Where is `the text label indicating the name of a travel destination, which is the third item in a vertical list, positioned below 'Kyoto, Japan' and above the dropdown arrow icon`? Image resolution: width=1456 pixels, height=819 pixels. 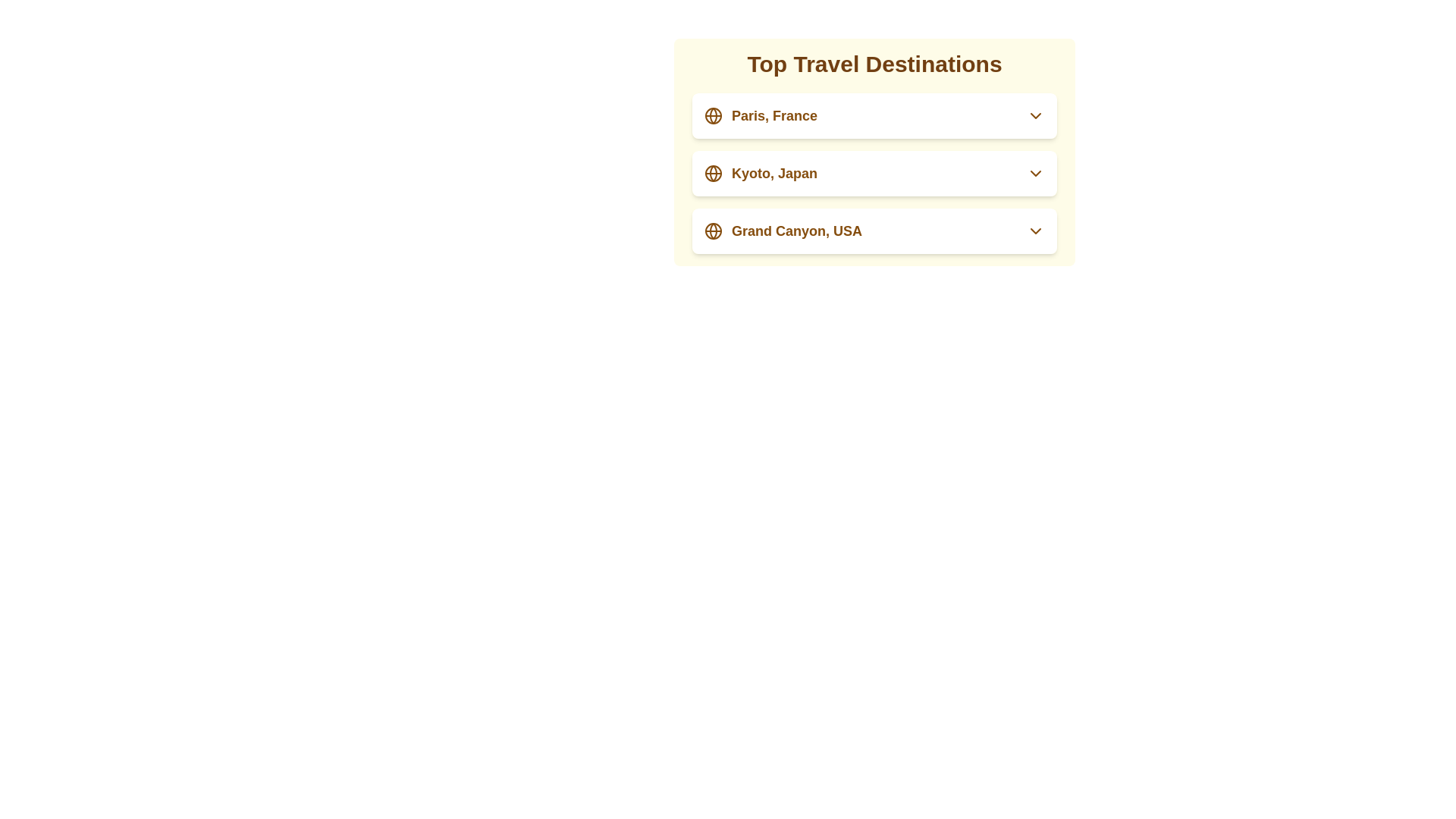 the text label indicating the name of a travel destination, which is the third item in a vertical list, positioned below 'Kyoto, Japan' and above the dropdown arrow icon is located at coordinates (796, 231).